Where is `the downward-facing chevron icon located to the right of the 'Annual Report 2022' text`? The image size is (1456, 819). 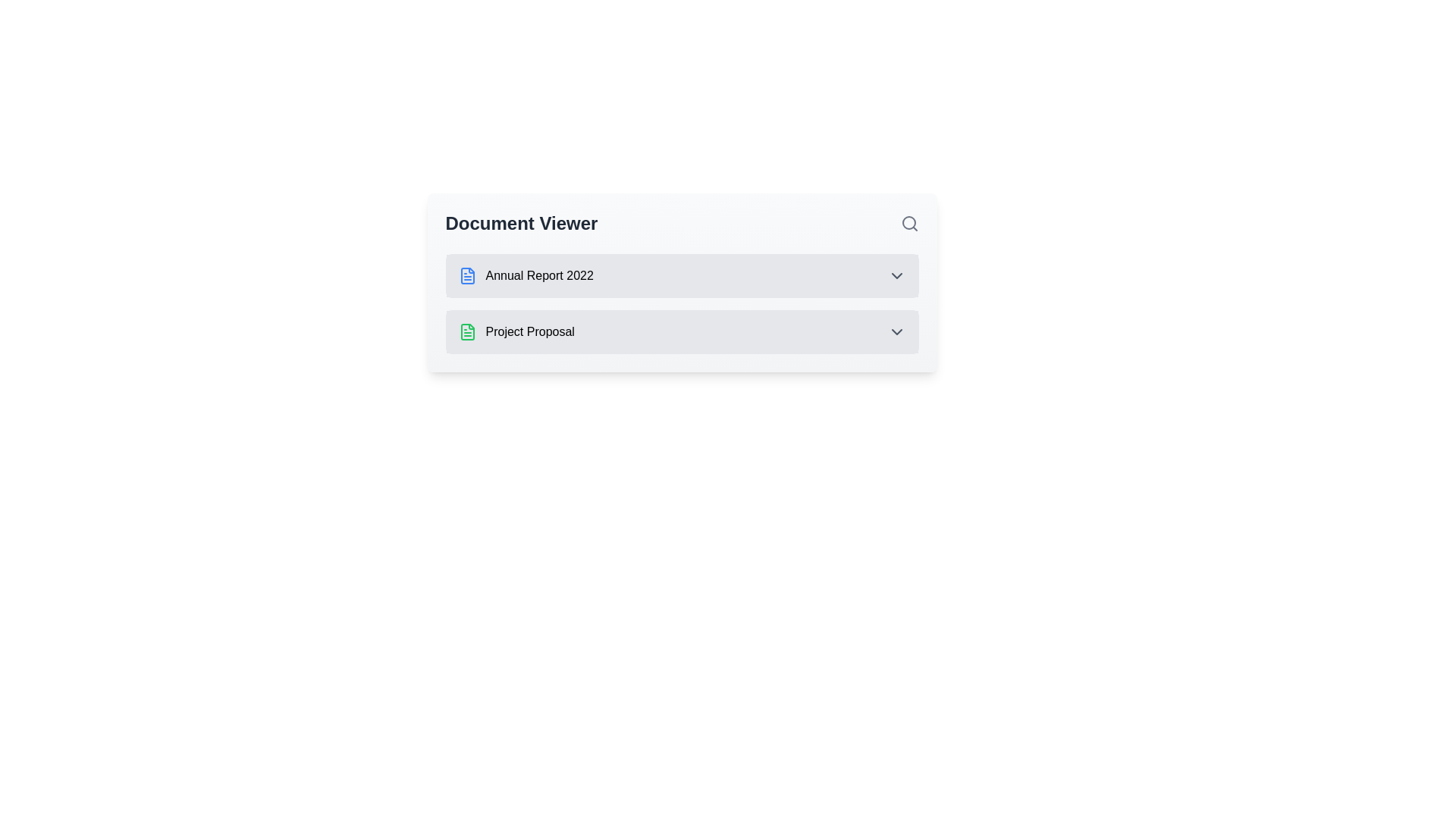 the downward-facing chevron icon located to the right of the 'Annual Report 2022' text is located at coordinates (896, 275).